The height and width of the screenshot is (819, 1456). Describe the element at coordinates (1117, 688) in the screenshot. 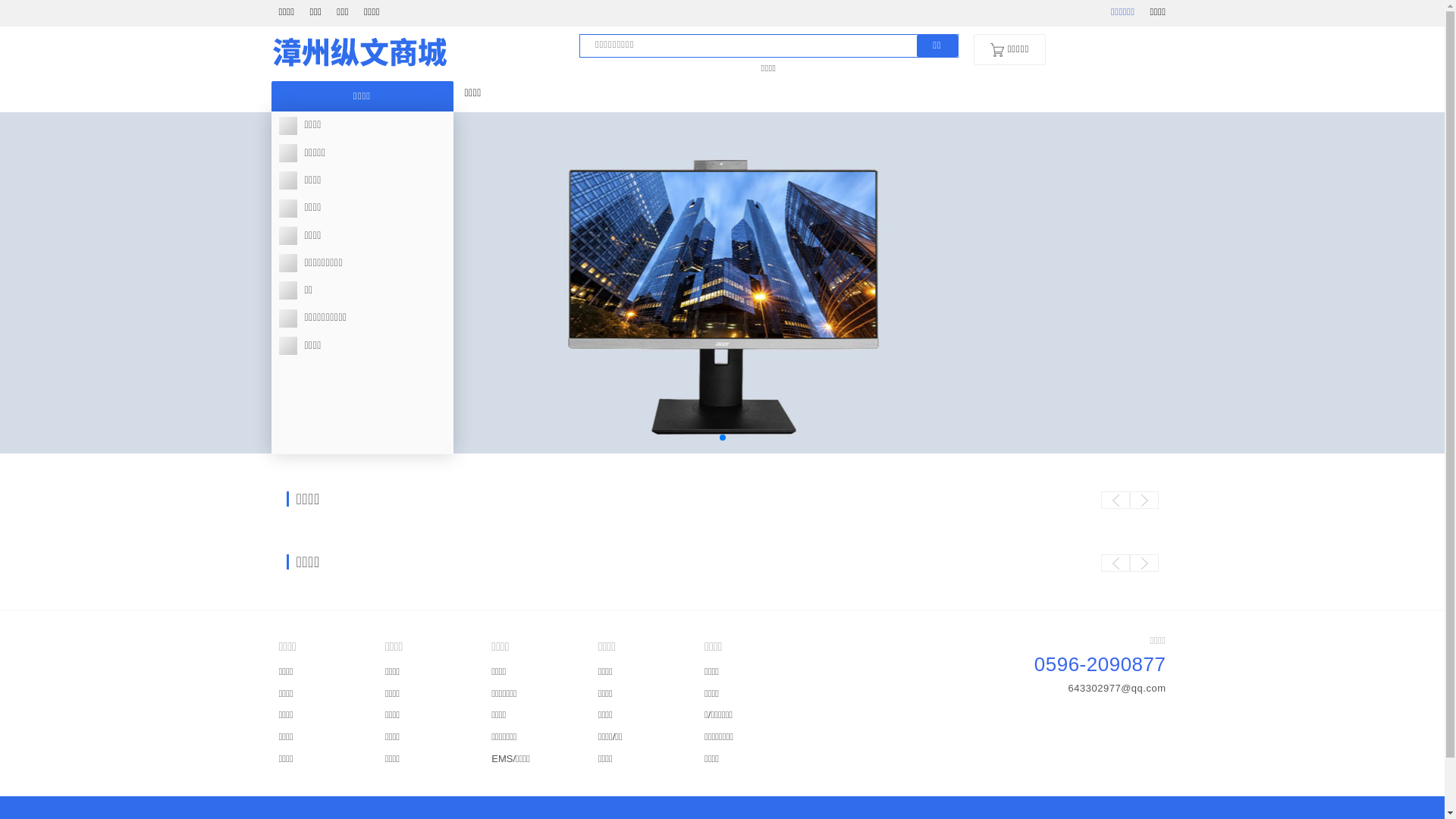

I see `'643302977@qq.com'` at that location.